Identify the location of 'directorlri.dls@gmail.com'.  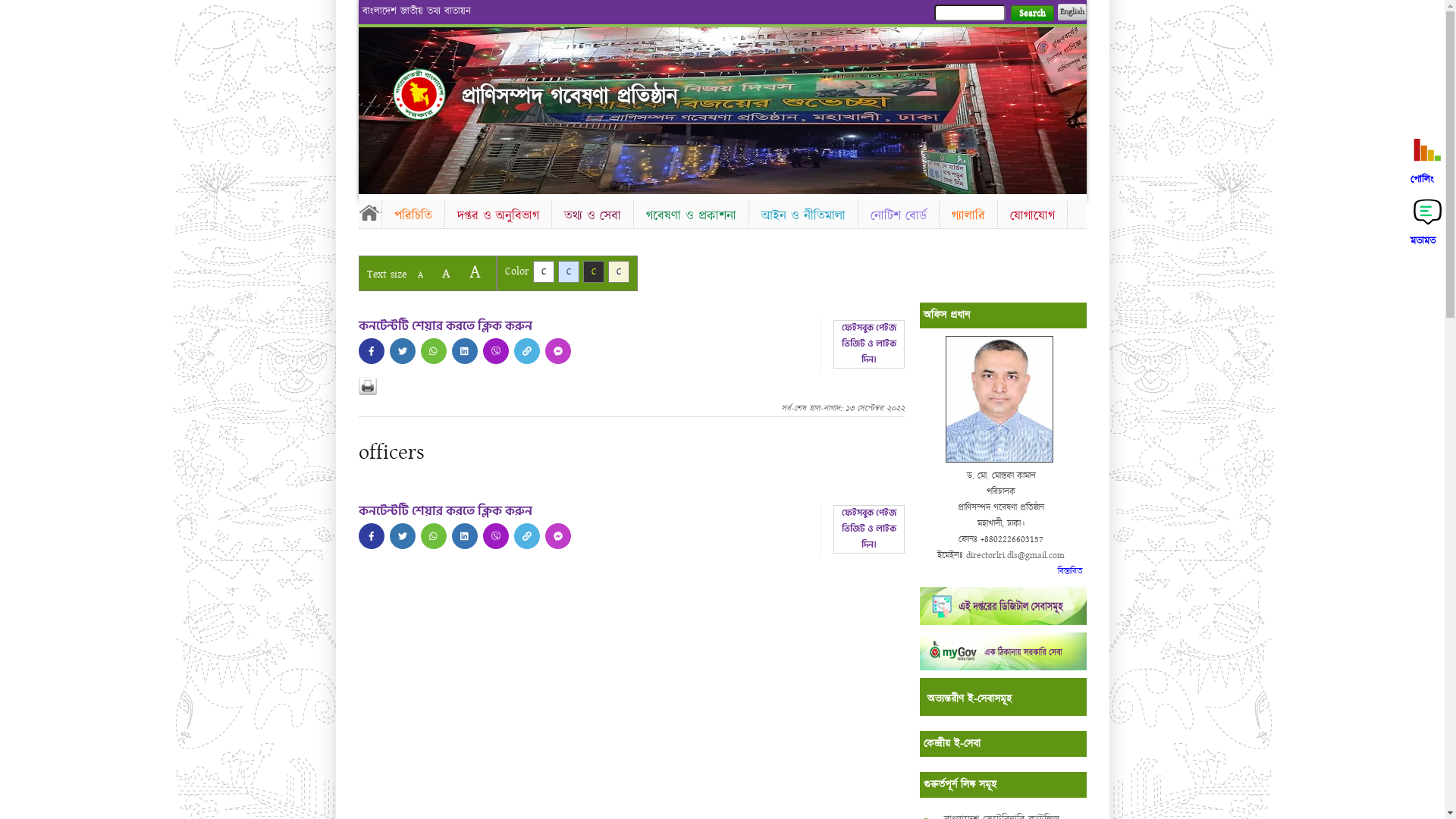
(965, 555).